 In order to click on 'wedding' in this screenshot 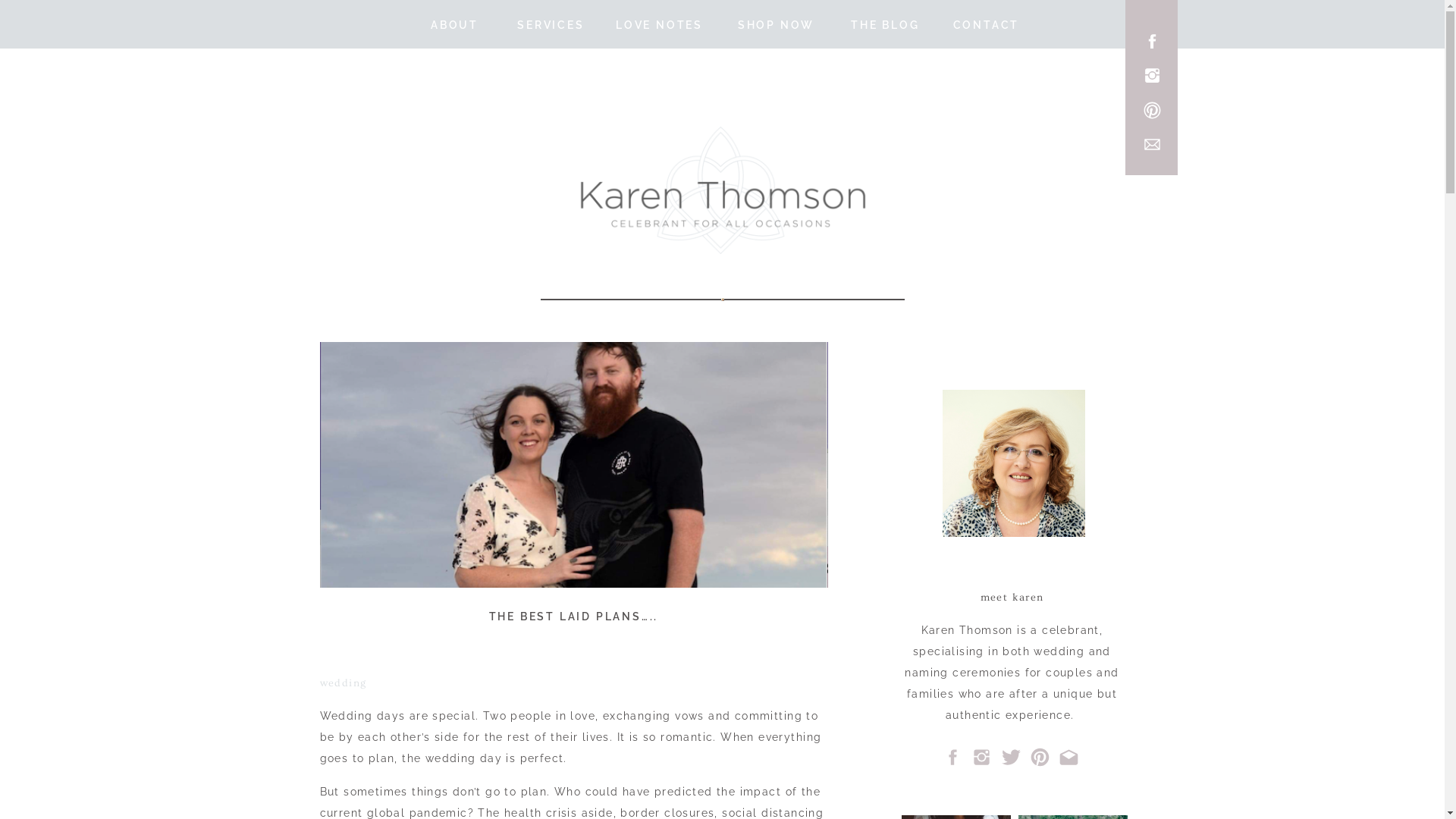, I will do `click(342, 683)`.